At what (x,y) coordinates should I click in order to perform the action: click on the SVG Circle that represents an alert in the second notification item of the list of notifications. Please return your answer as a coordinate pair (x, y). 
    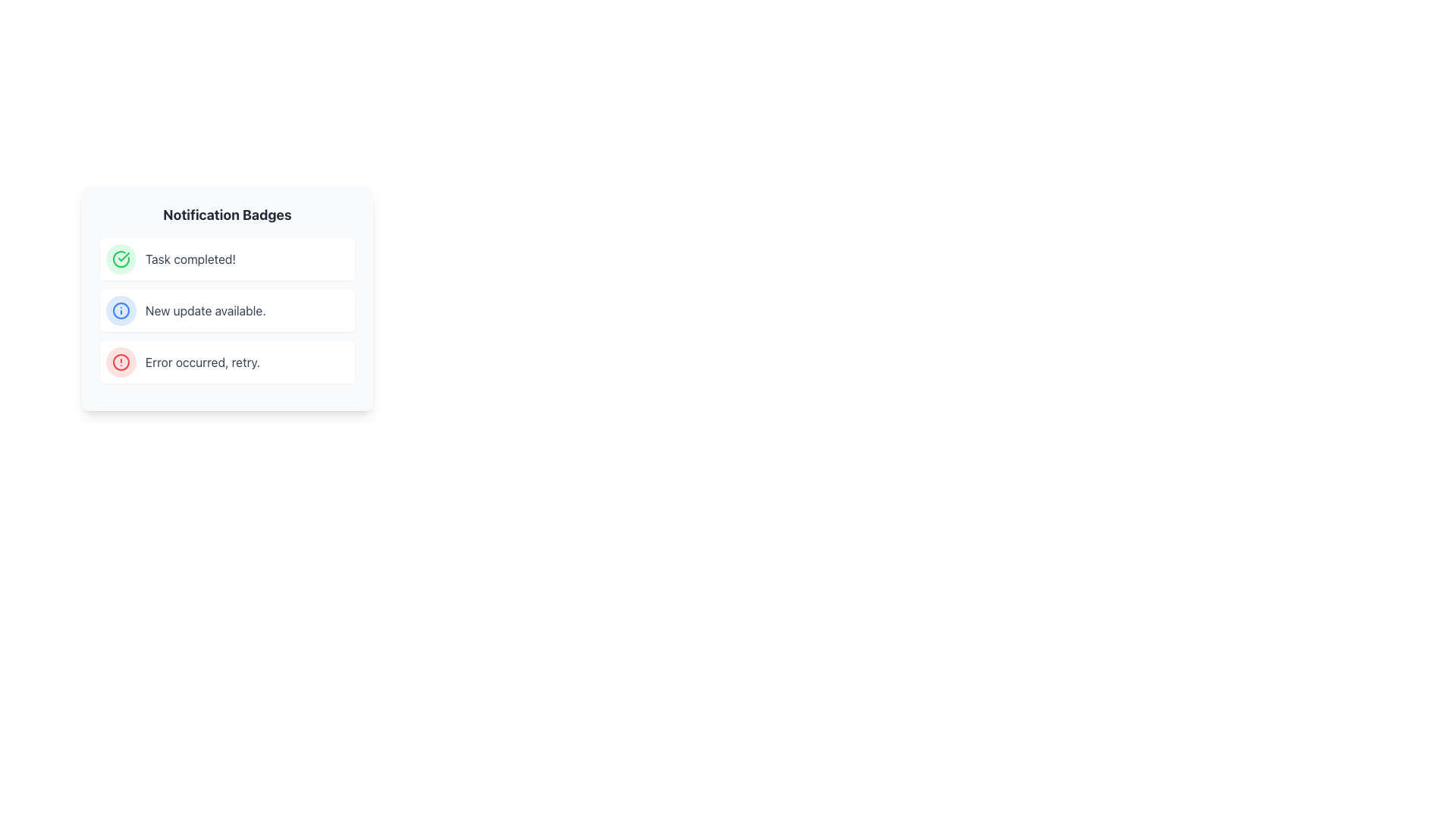
    Looking at the image, I should click on (120, 309).